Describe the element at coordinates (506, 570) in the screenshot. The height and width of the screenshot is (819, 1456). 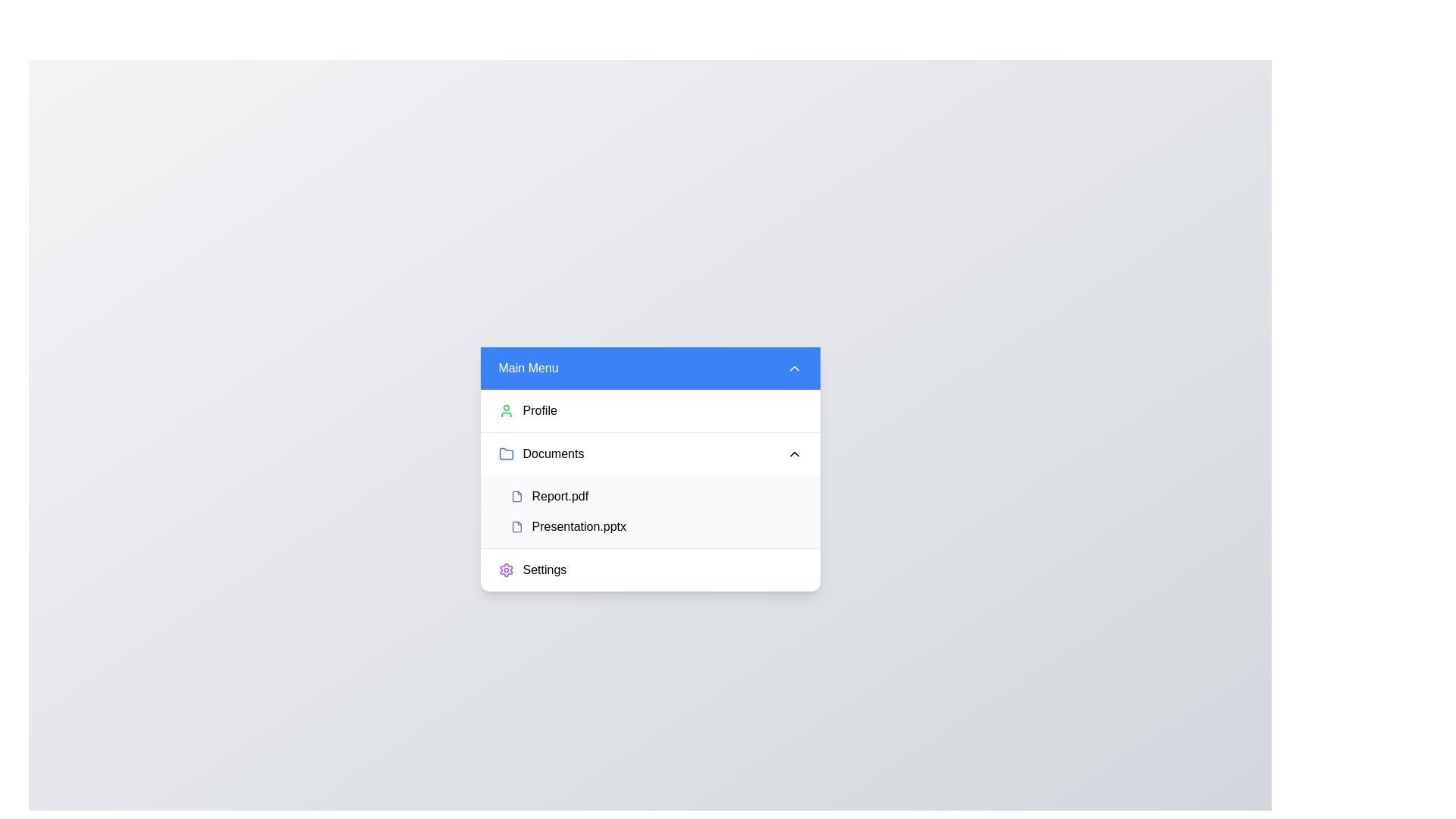
I see `on the purple gear icon representing settings, located at the bottom of the dropdown menu labeled 'Main Menu'` at that location.